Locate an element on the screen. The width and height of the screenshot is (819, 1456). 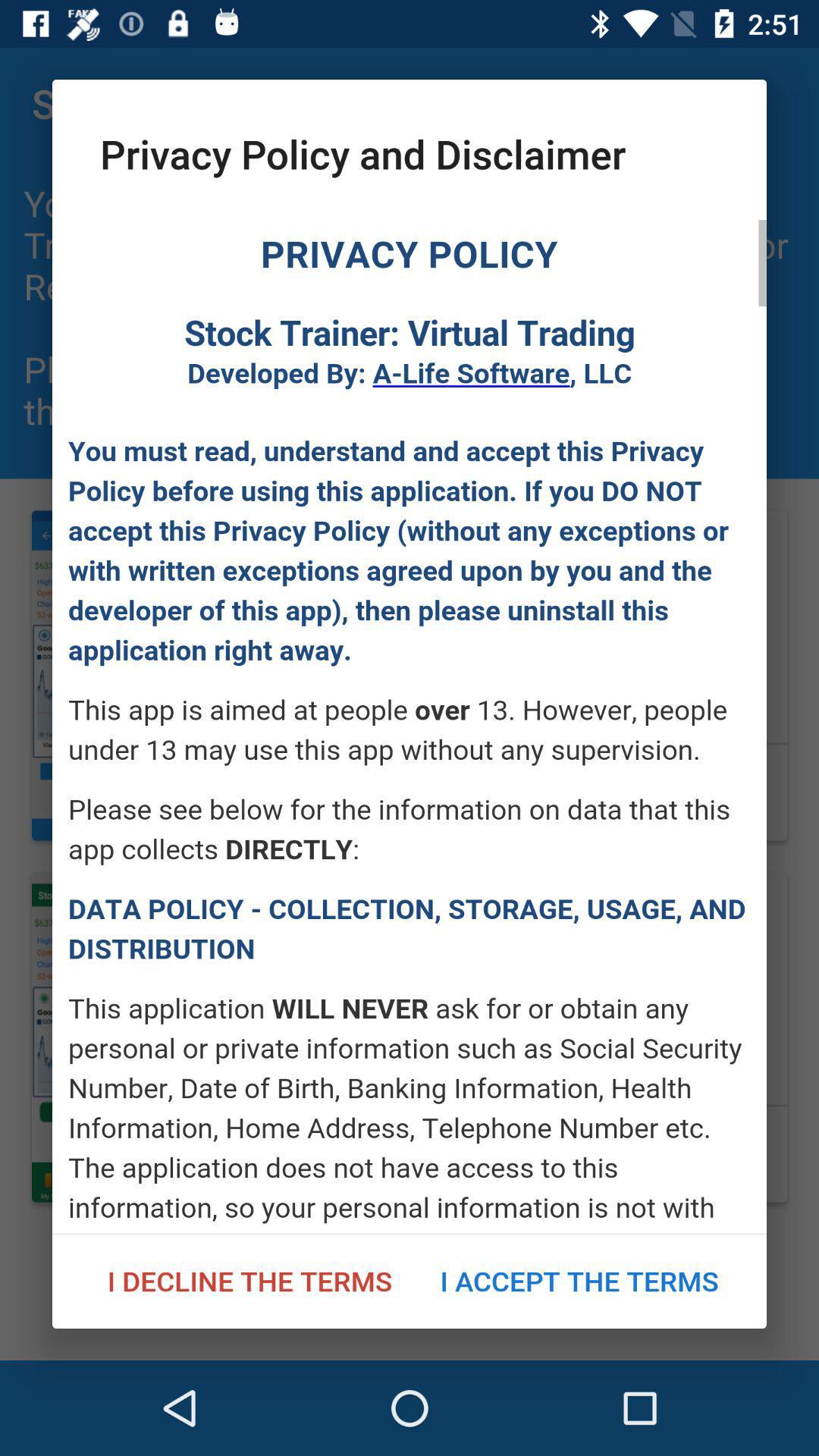
the add is located at coordinates (409, 726).